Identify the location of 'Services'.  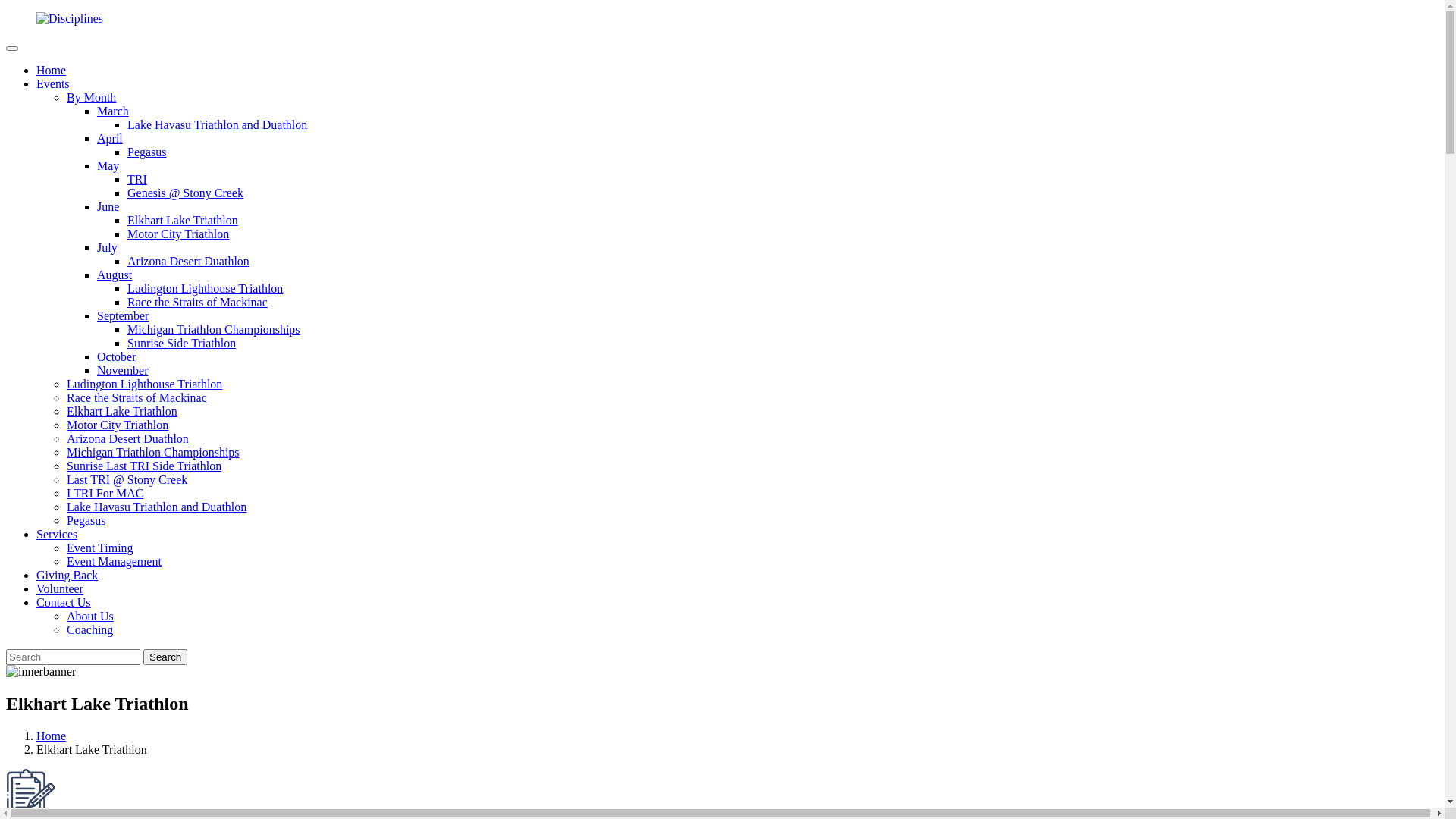
(36, 533).